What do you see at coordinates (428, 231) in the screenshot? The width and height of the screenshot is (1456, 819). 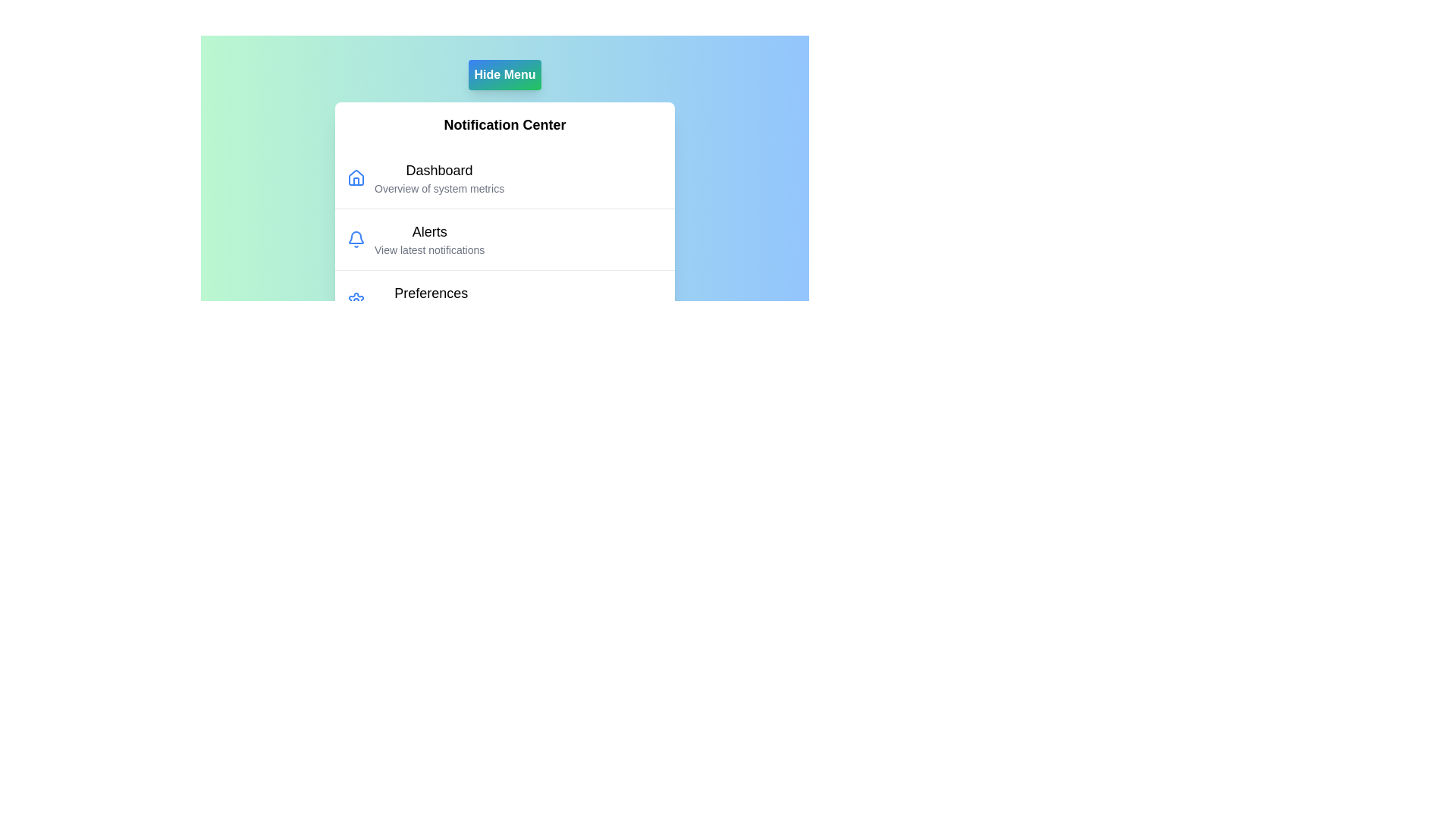 I see `the menu item labeled Alerts in the NotificationMenu` at bounding box center [428, 231].